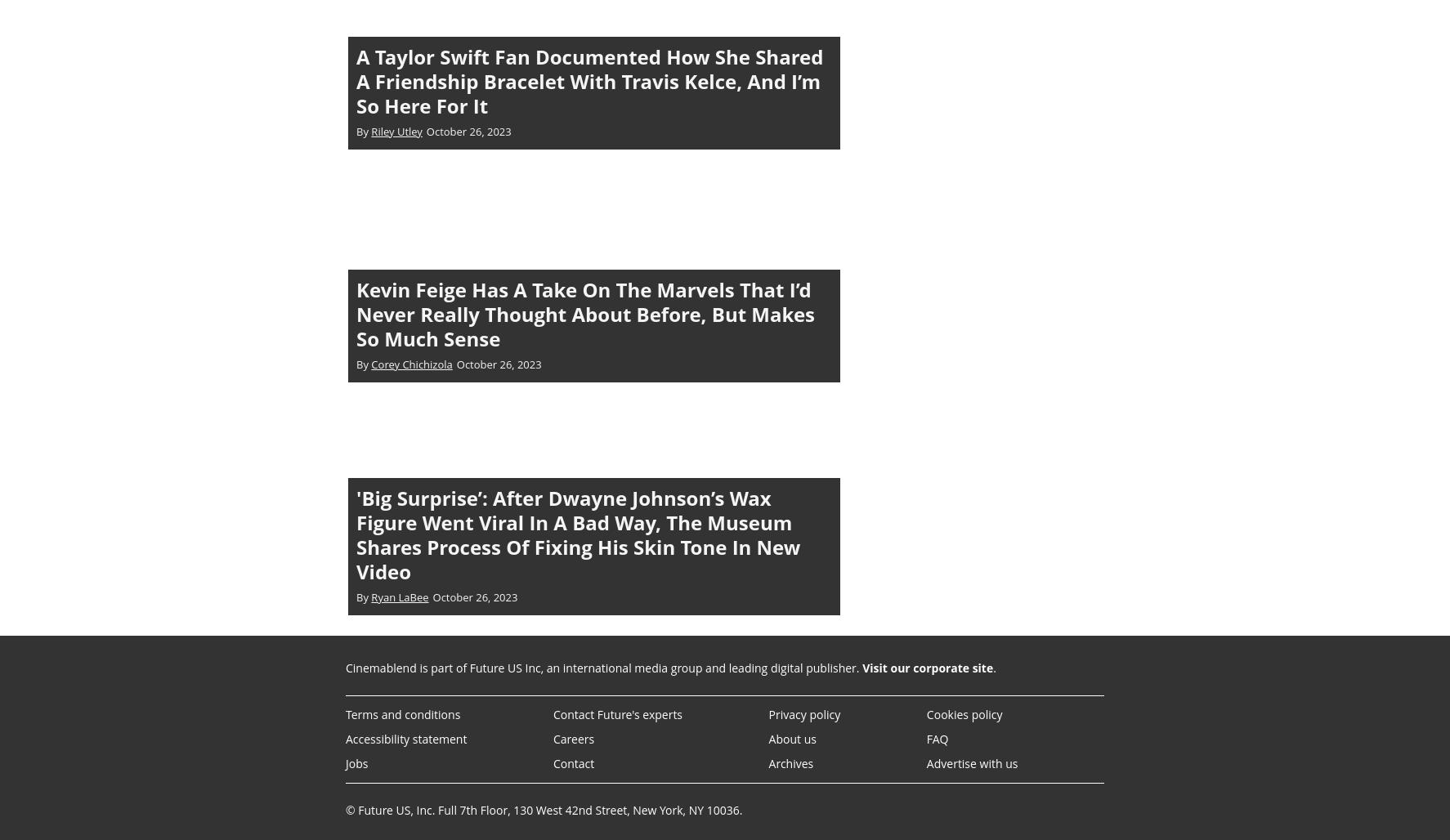 Image resolution: width=1450 pixels, height=840 pixels. What do you see at coordinates (406, 738) in the screenshot?
I see `'Accessibility statement'` at bounding box center [406, 738].